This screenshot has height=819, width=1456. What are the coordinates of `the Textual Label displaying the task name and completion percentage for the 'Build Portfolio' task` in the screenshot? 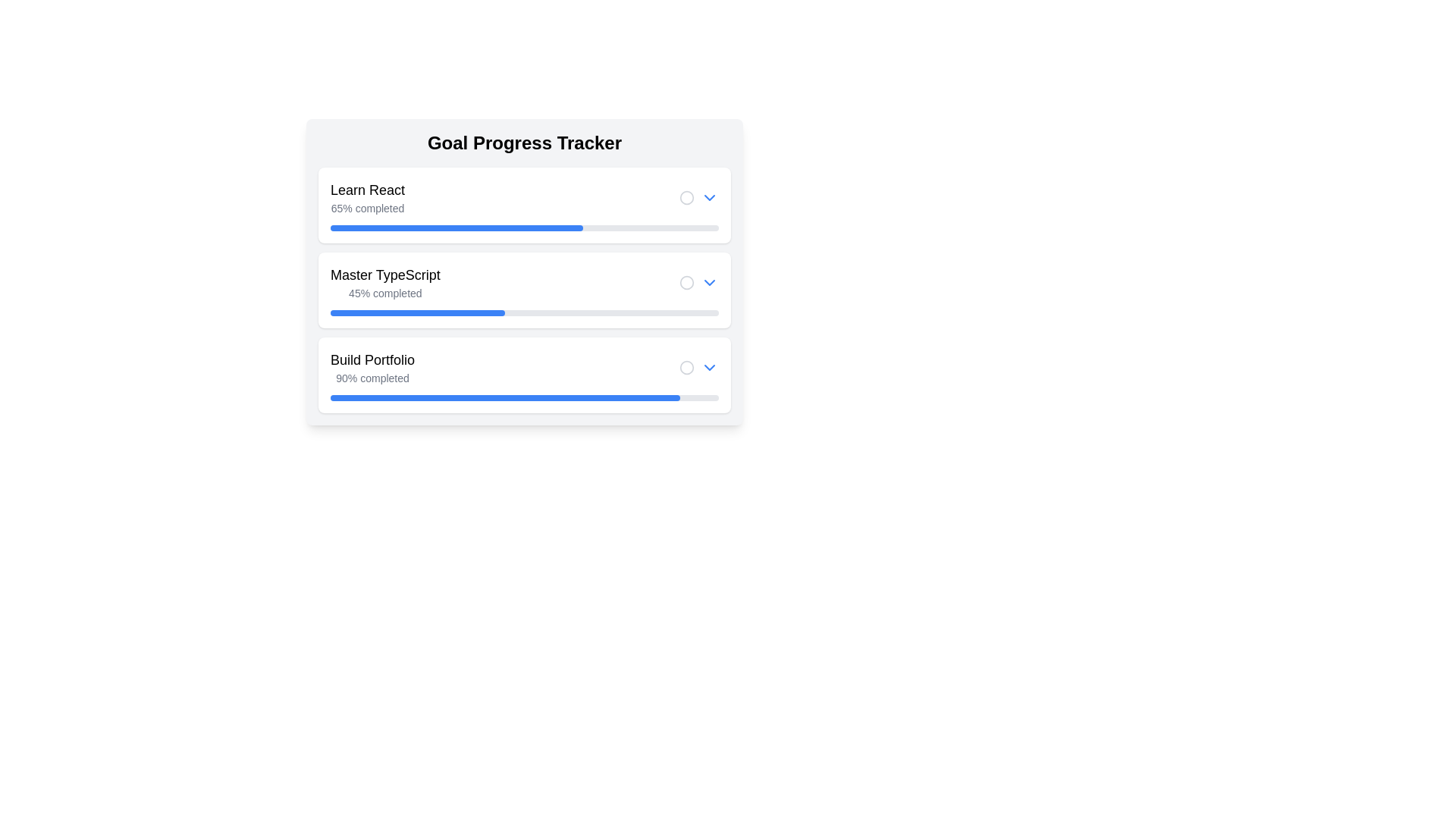 It's located at (372, 368).